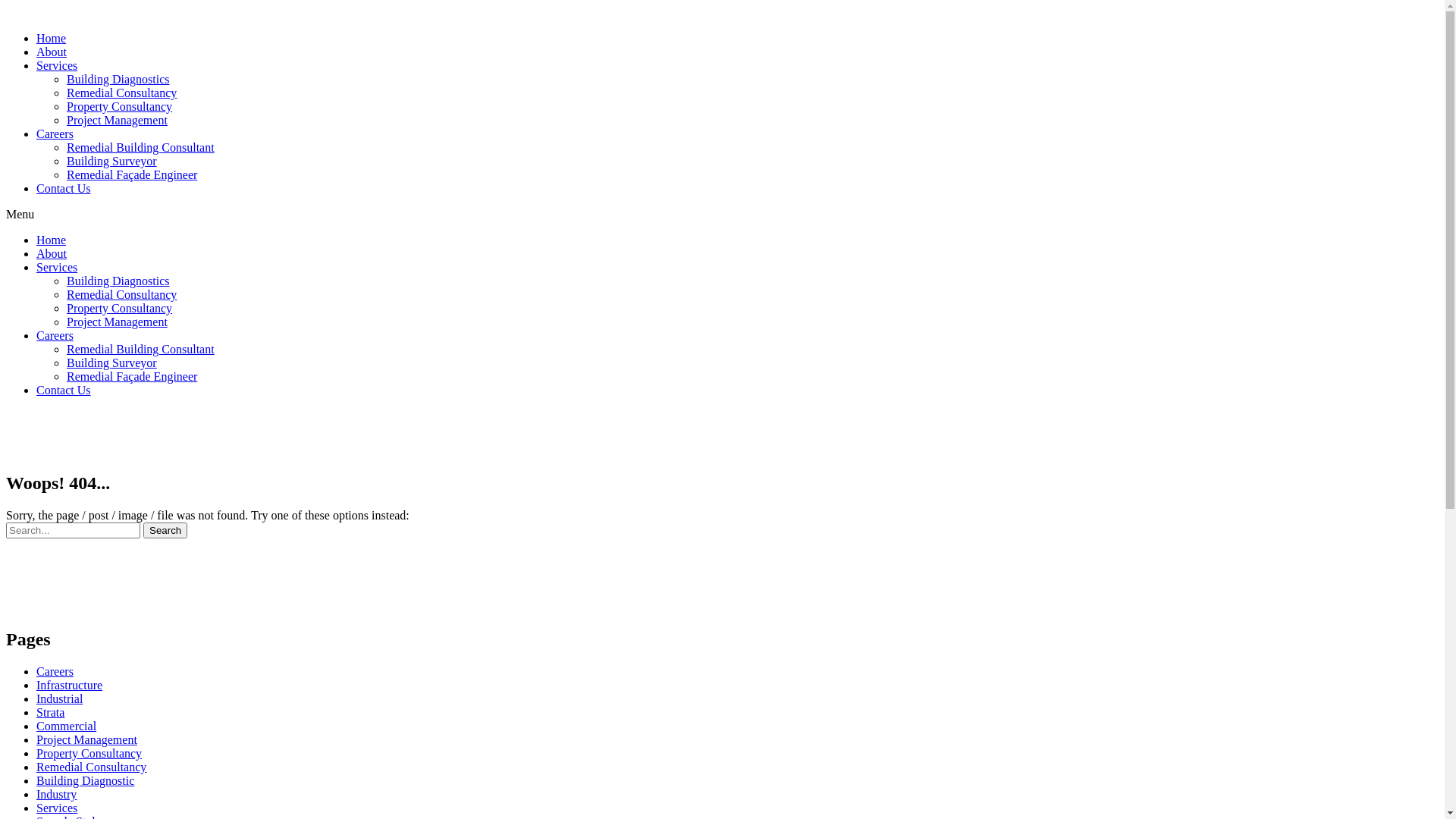  What do you see at coordinates (116, 321) in the screenshot?
I see `'Project Management'` at bounding box center [116, 321].